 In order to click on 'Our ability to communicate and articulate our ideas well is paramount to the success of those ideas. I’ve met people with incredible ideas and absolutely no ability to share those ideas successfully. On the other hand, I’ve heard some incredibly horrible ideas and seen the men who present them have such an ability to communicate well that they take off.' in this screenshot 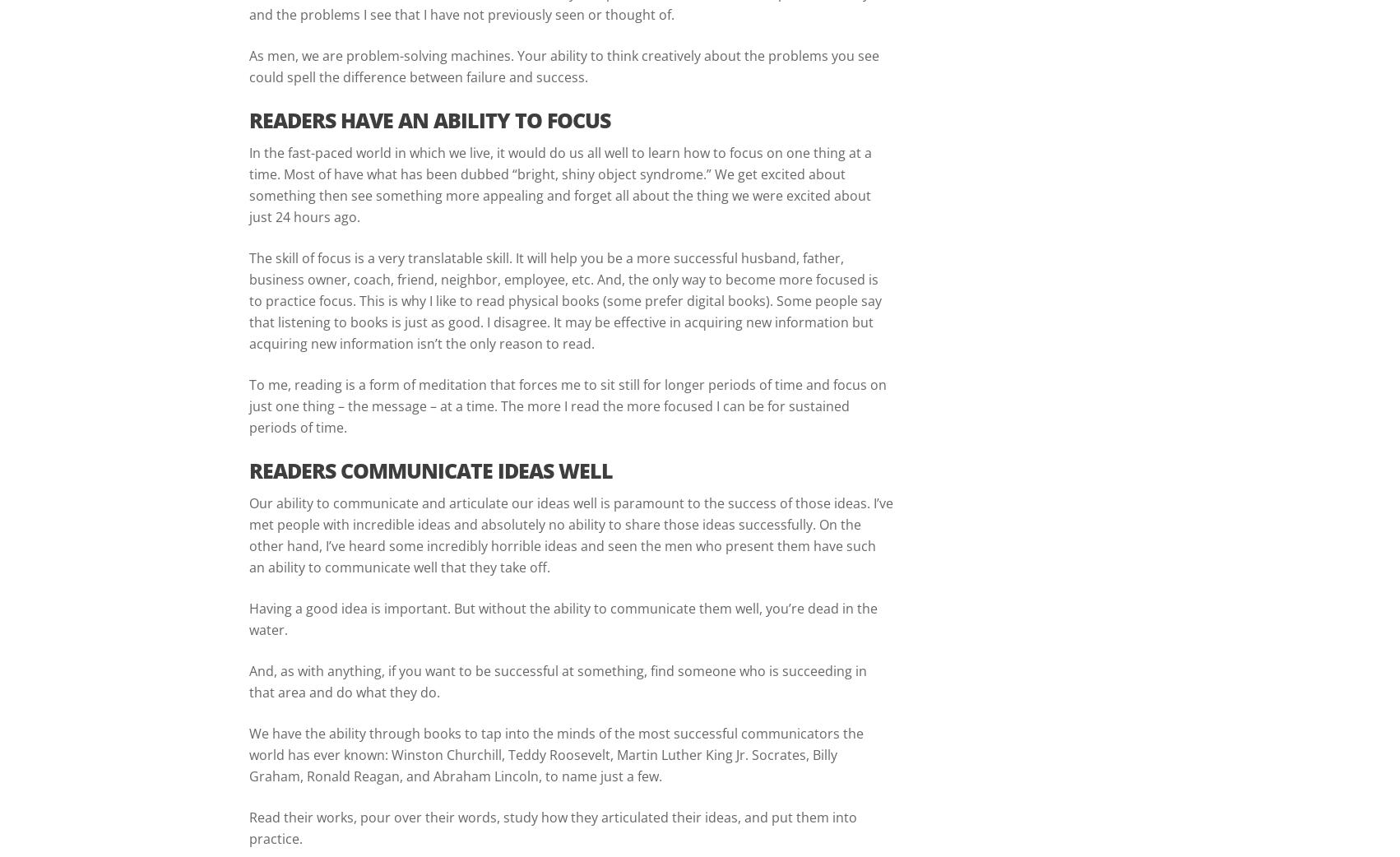, I will do `click(571, 534)`.